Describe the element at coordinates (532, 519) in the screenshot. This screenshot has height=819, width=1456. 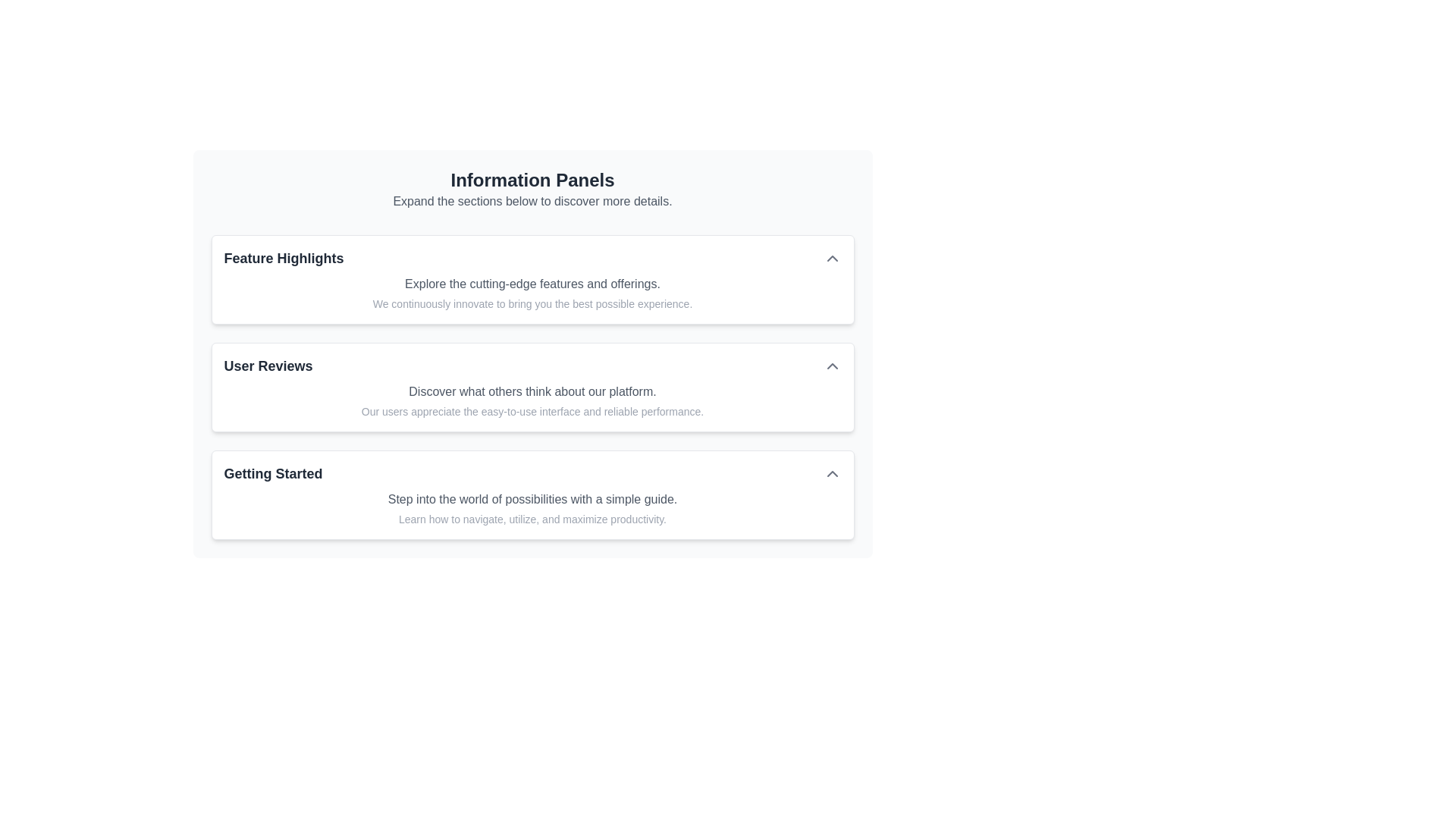
I see `the descriptive text element located in the 'Getting Started' panel, which provides guidance on engaging with the section, positioned below the line 'Step into the world of possibilities with a simple guide.'` at that location.